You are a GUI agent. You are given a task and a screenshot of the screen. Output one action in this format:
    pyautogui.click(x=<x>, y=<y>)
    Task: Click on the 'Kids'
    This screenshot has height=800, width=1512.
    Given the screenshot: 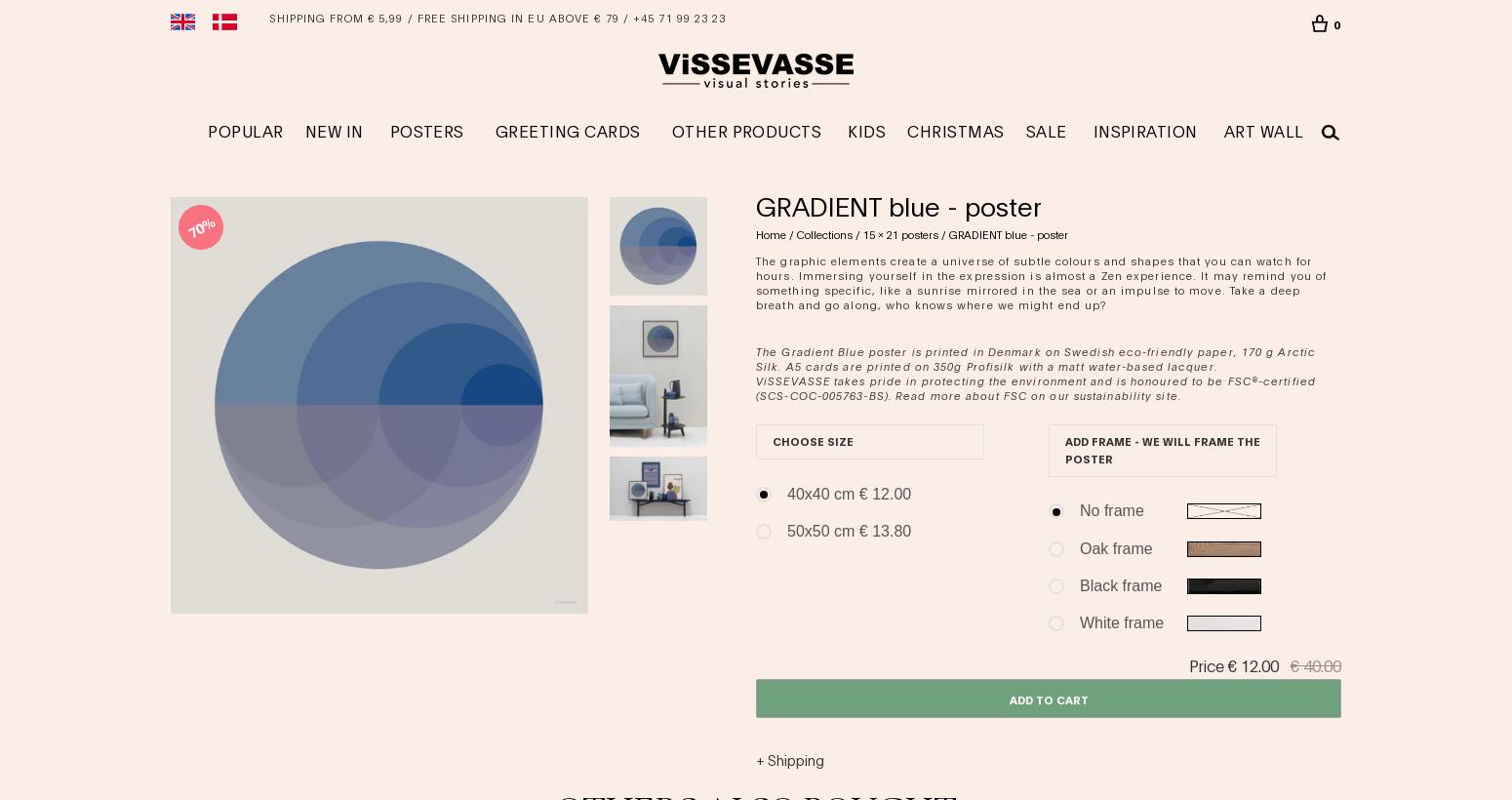 What is the action you would take?
    pyautogui.click(x=866, y=129)
    